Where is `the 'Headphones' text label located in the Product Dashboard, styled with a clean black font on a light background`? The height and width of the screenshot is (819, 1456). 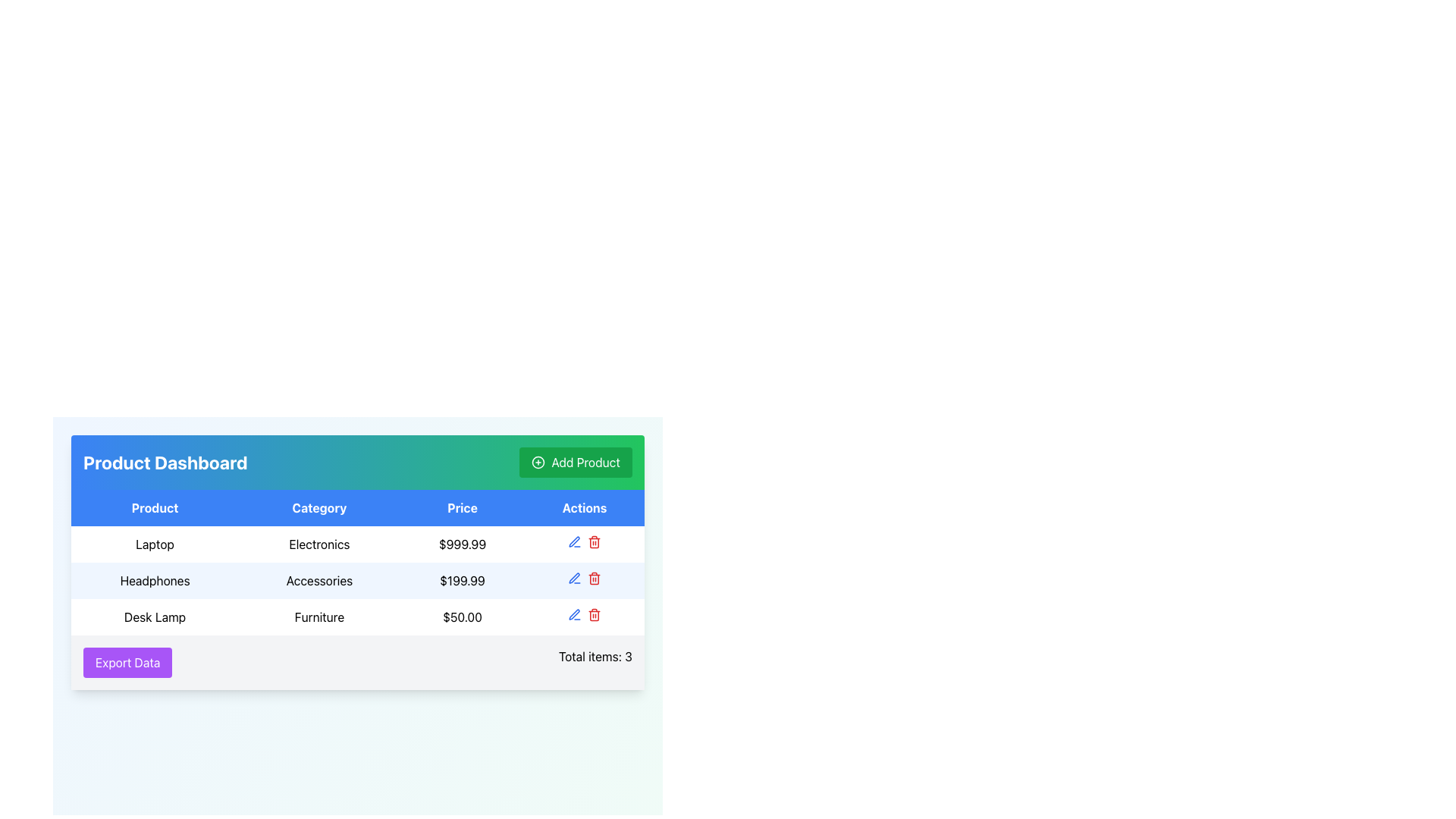
the 'Headphones' text label located in the Product Dashboard, styled with a clean black font on a light background is located at coordinates (155, 580).